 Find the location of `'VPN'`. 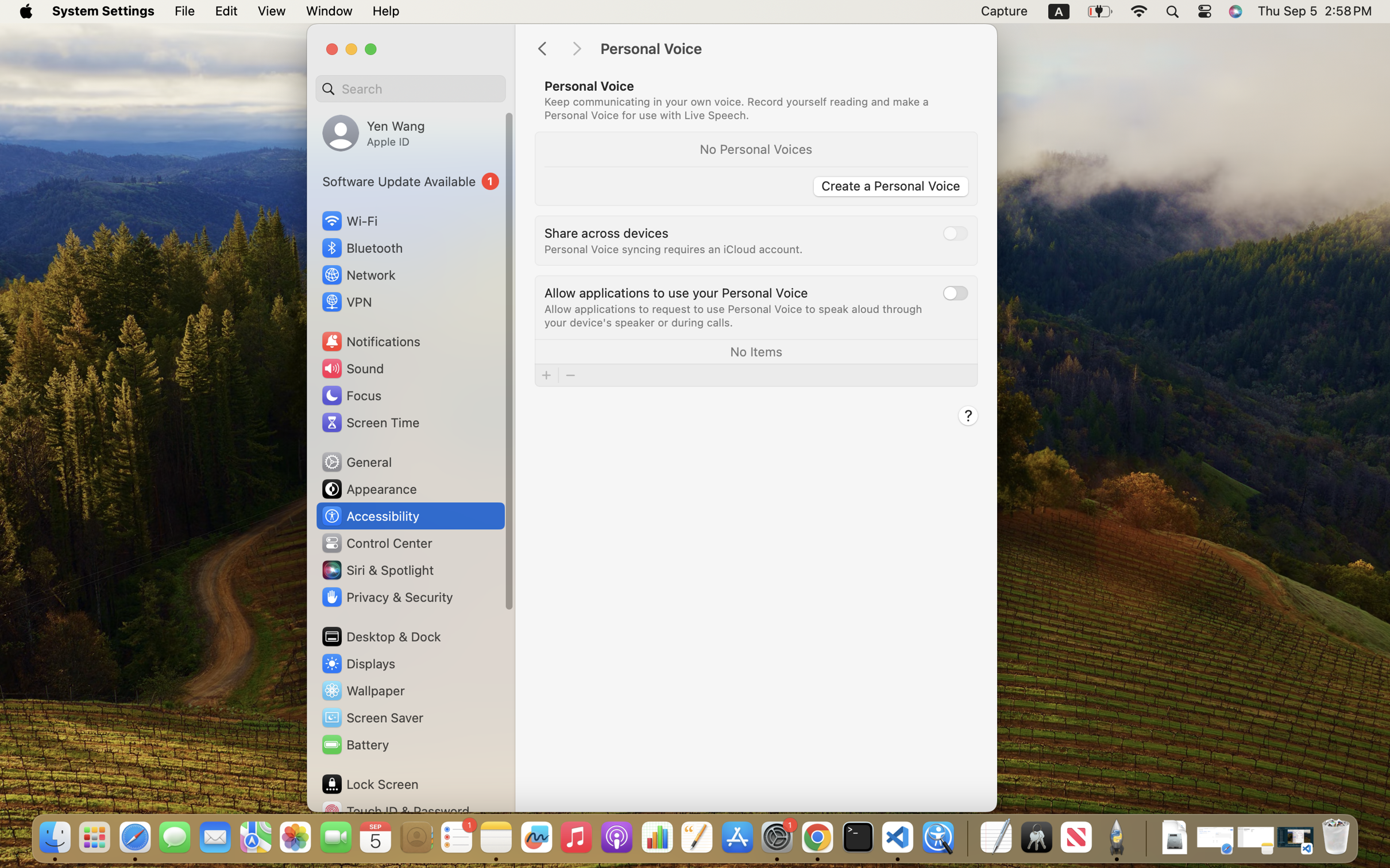

'VPN' is located at coordinates (346, 302).